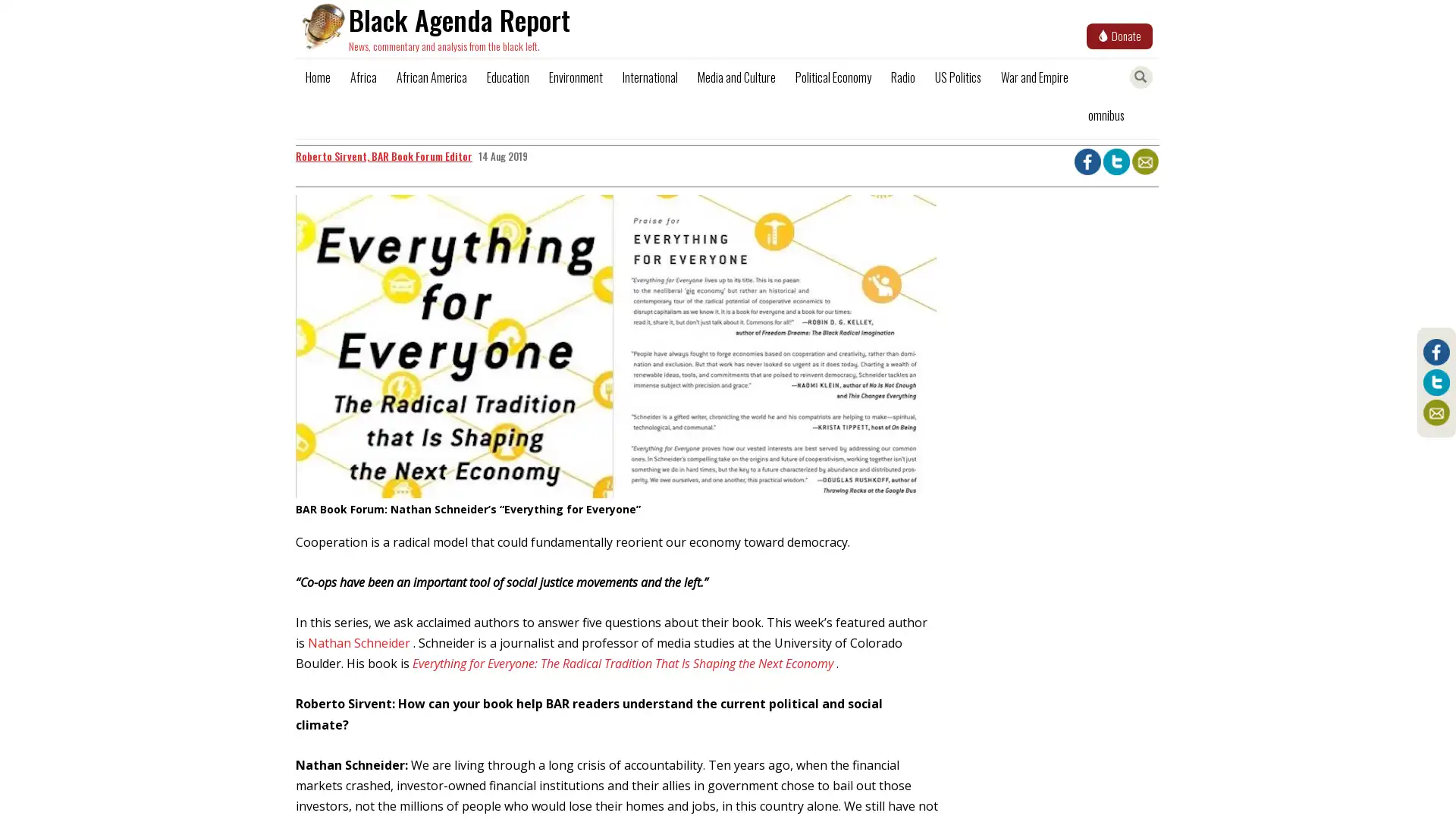 Image resolution: width=1456 pixels, height=819 pixels. What do you see at coordinates (1119, 35) in the screenshot?
I see `Donate` at bounding box center [1119, 35].